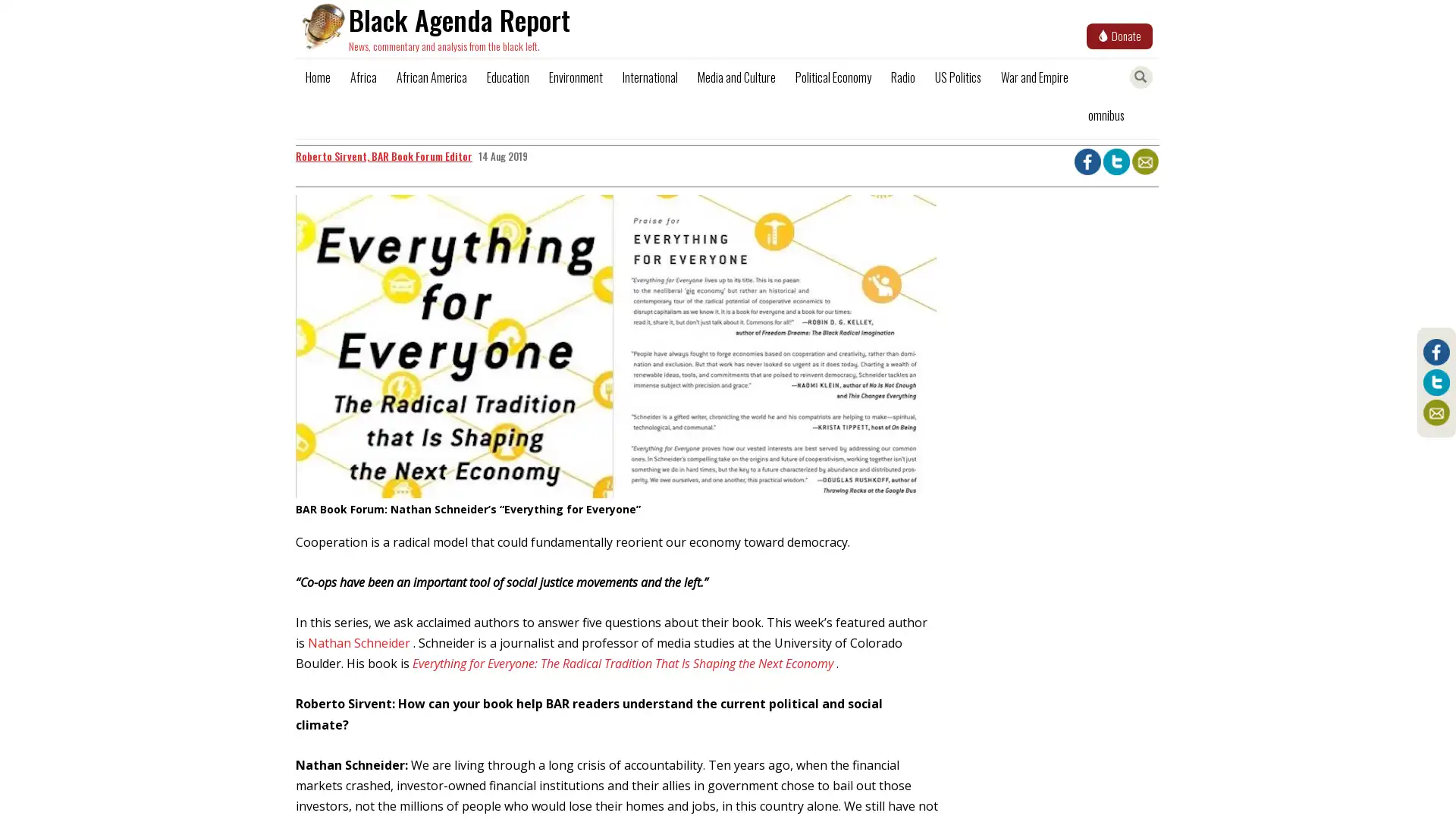 Image resolution: width=1456 pixels, height=819 pixels. What do you see at coordinates (1119, 35) in the screenshot?
I see `Donate` at bounding box center [1119, 35].